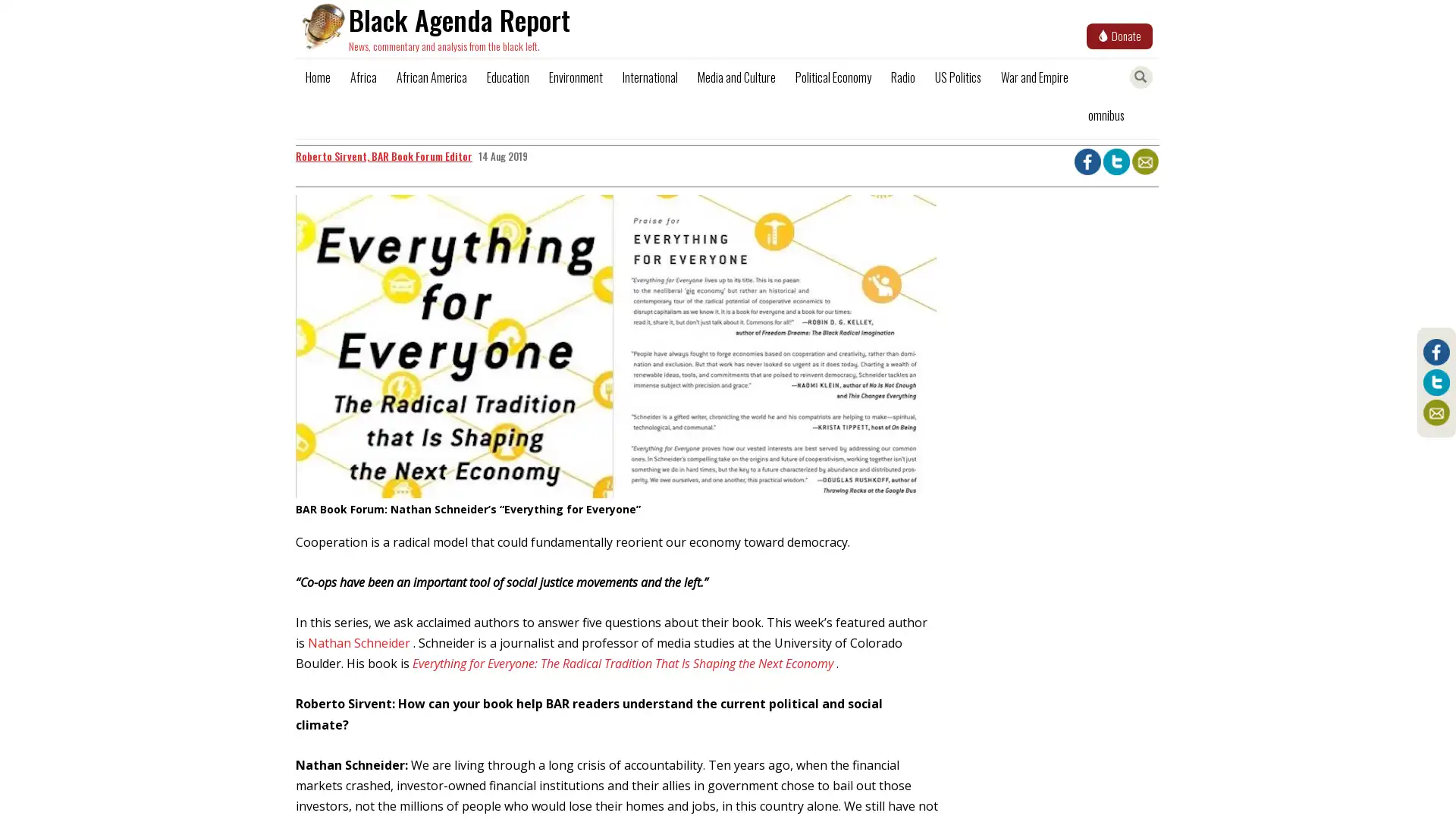 Image resolution: width=1456 pixels, height=819 pixels. What do you see at coordinates (1119, 35) in the screenshot?
I see `Donate` at bounding box center [1119, 35].